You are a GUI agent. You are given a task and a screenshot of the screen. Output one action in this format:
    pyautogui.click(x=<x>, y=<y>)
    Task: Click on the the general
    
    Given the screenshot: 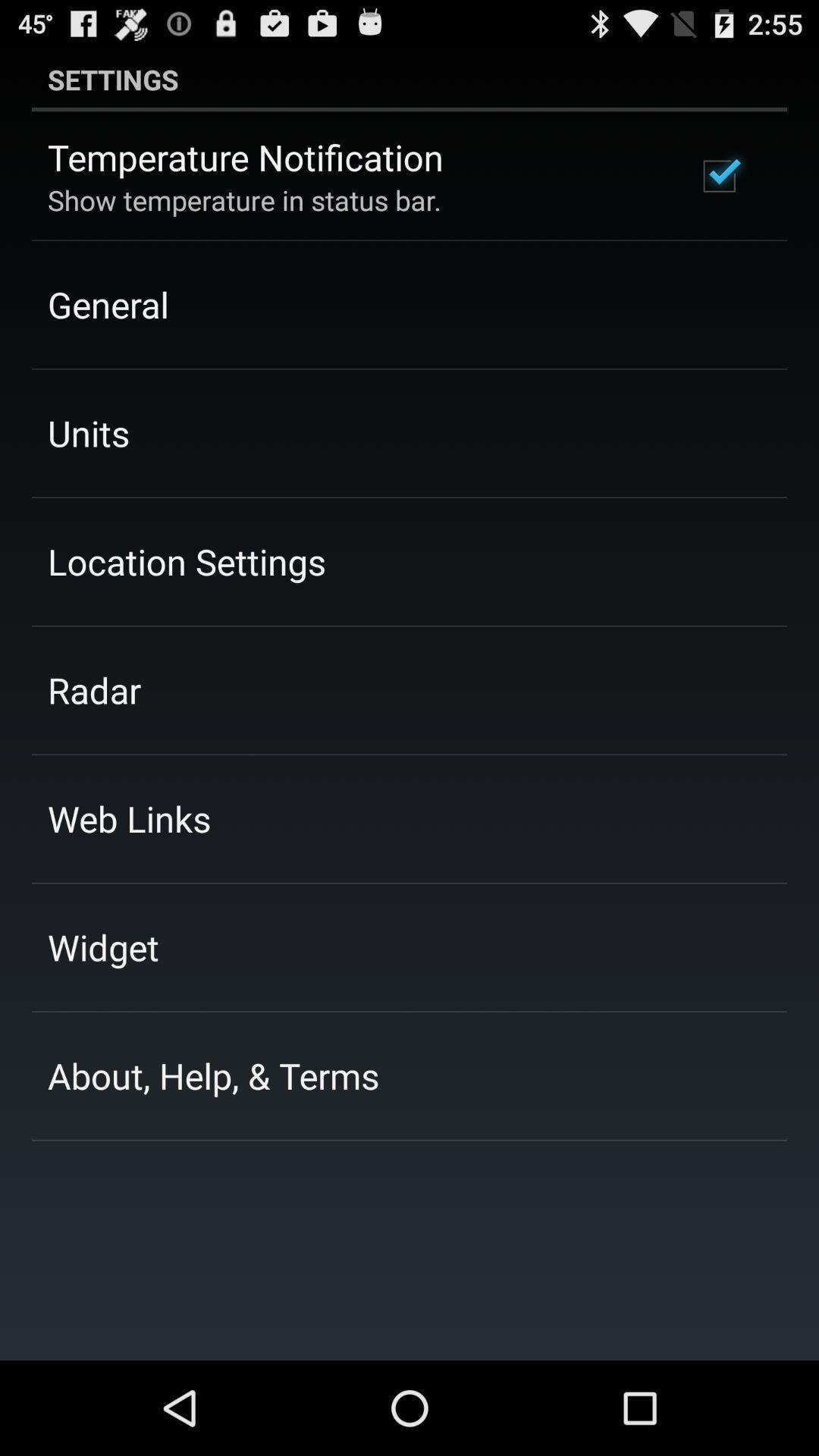 What is the action you would take?
    pyautogui.click(x=107, y=303)
    